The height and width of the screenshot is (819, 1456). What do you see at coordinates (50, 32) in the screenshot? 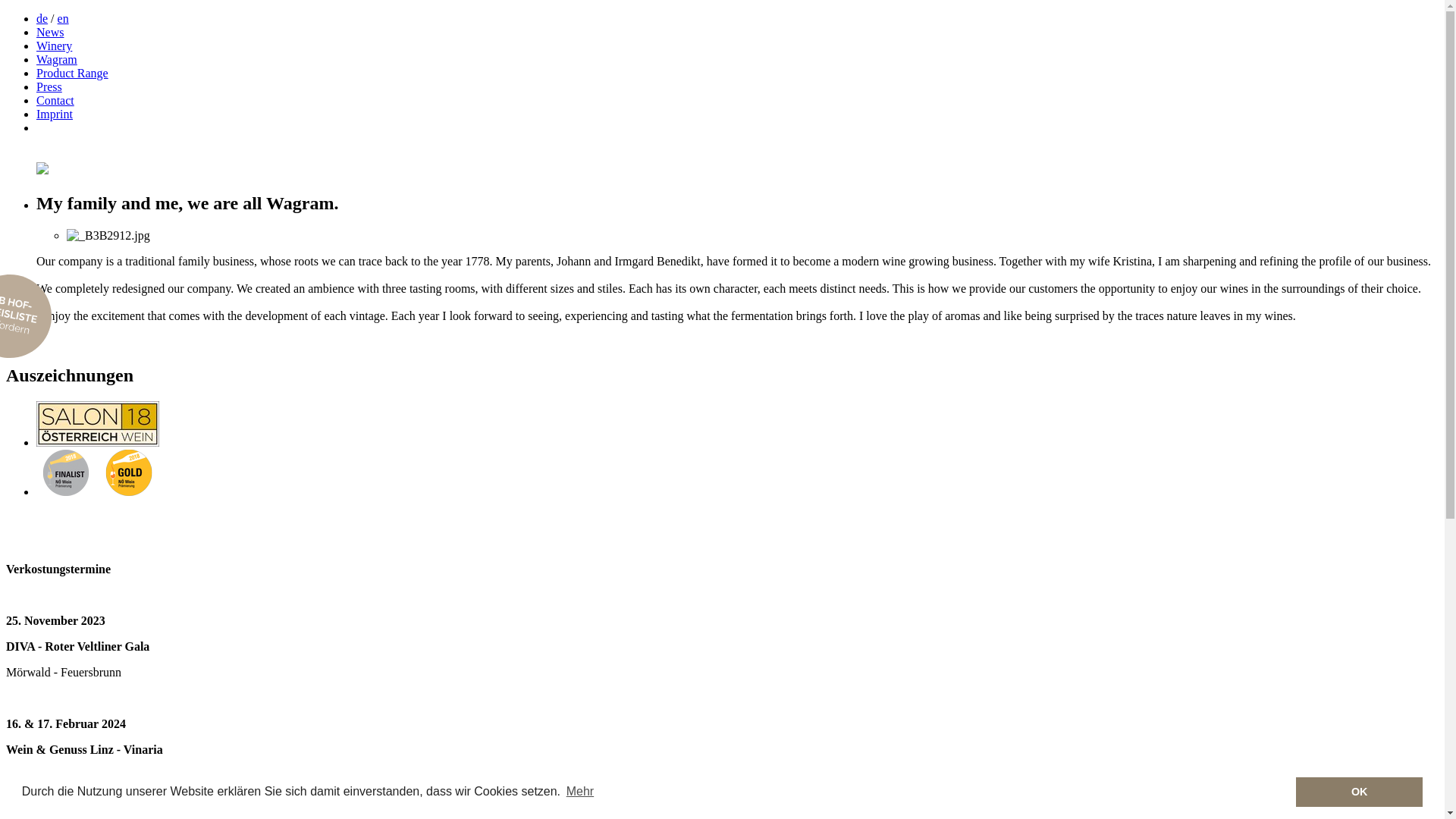
I see `'News'` at bounding box center [50, 32].